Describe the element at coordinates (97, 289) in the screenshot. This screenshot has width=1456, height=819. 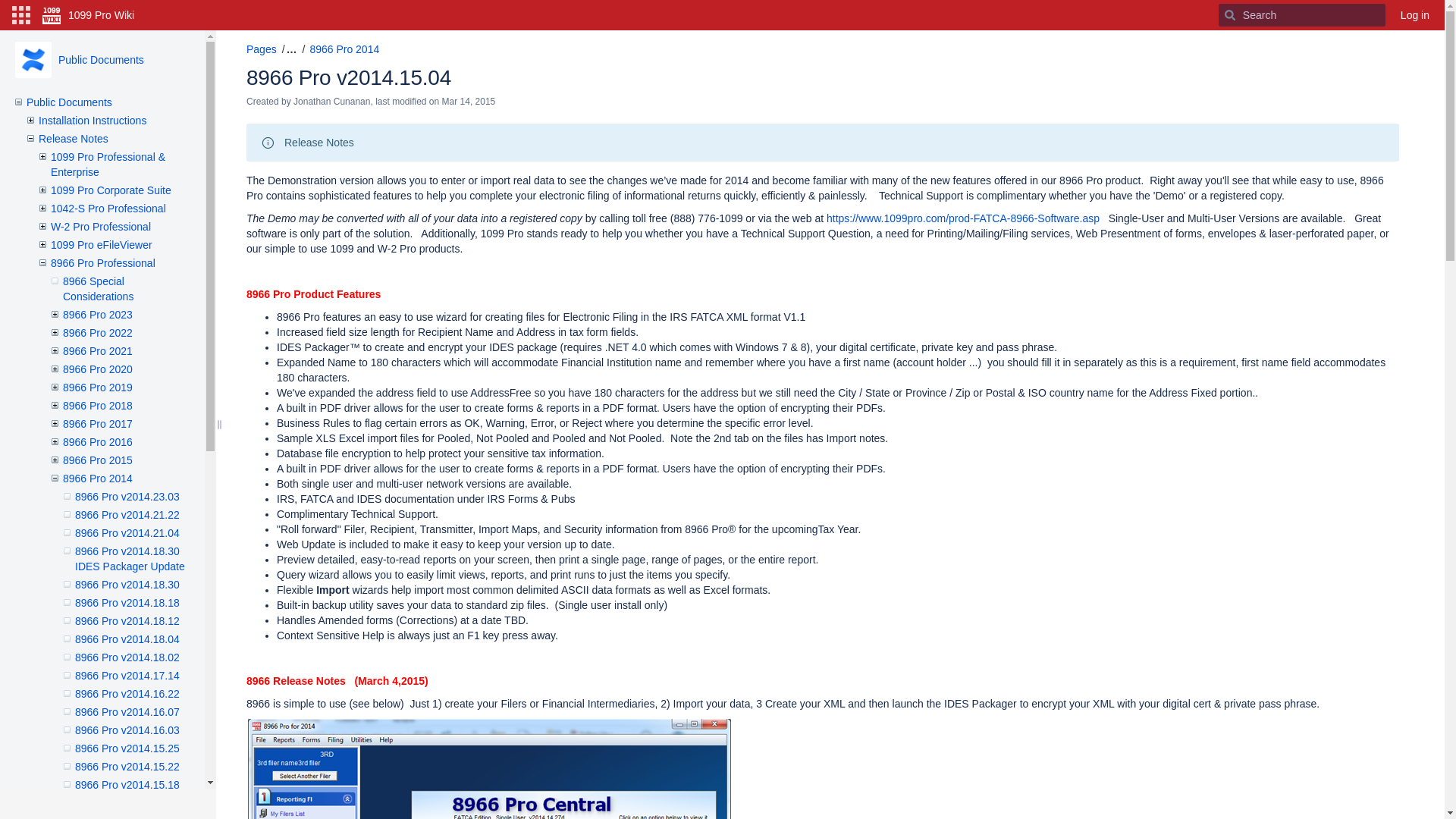
I see `'8966 Special Considerations'` at that location.